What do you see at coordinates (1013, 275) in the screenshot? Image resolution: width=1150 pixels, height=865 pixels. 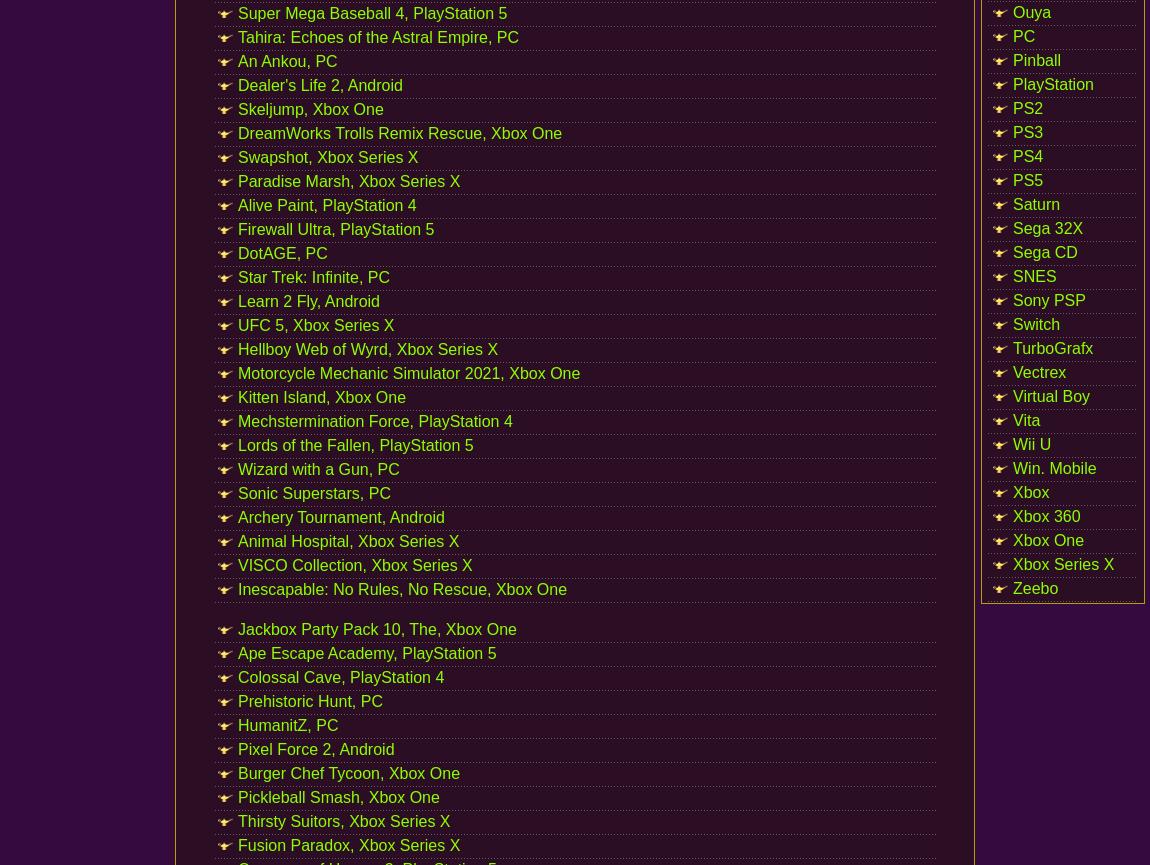 I see `'SNES'` at bounding box center [1013, 275].